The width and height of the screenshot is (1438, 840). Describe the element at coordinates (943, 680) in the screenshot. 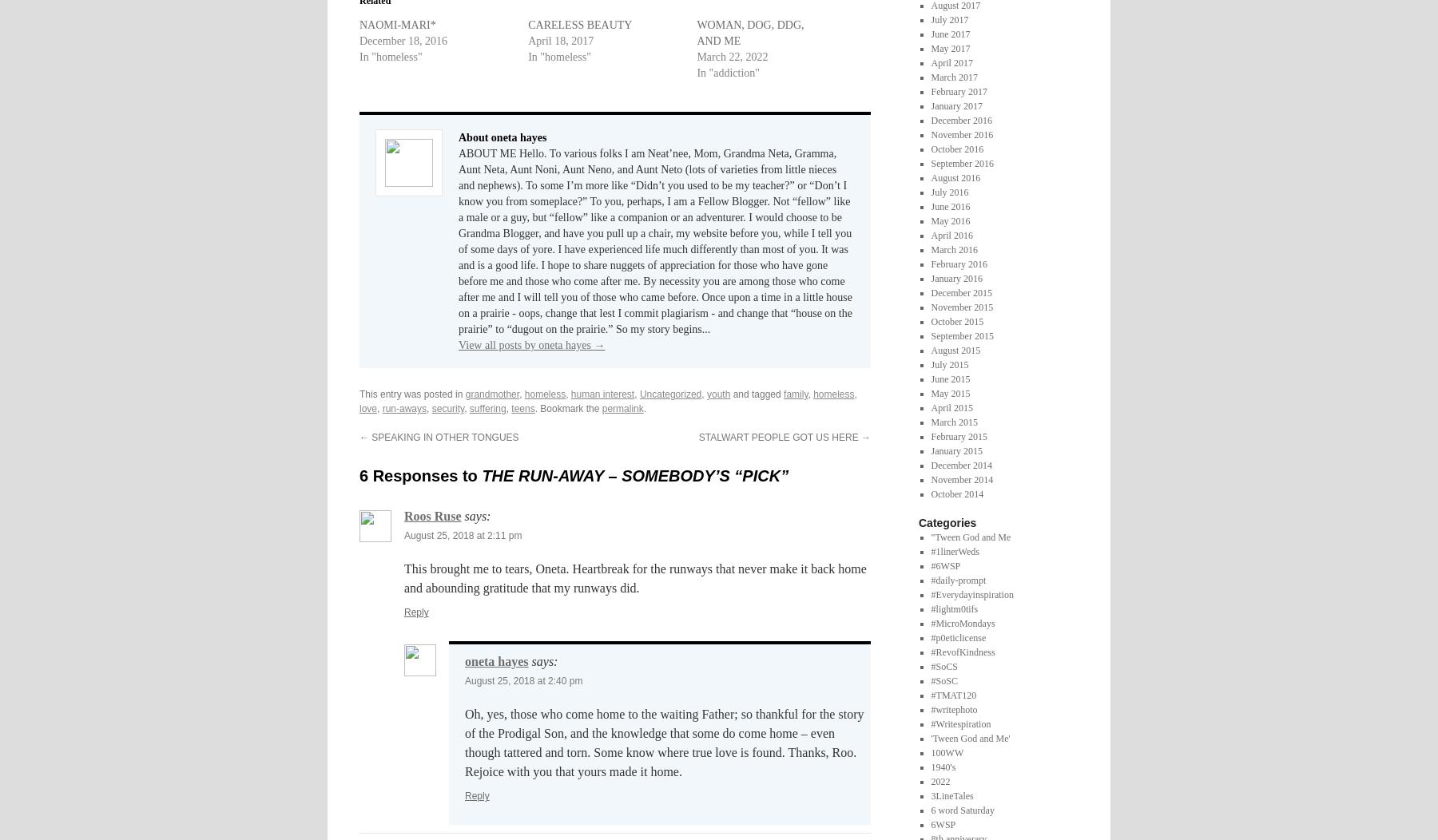

I see `'#SoSC'` at that location.